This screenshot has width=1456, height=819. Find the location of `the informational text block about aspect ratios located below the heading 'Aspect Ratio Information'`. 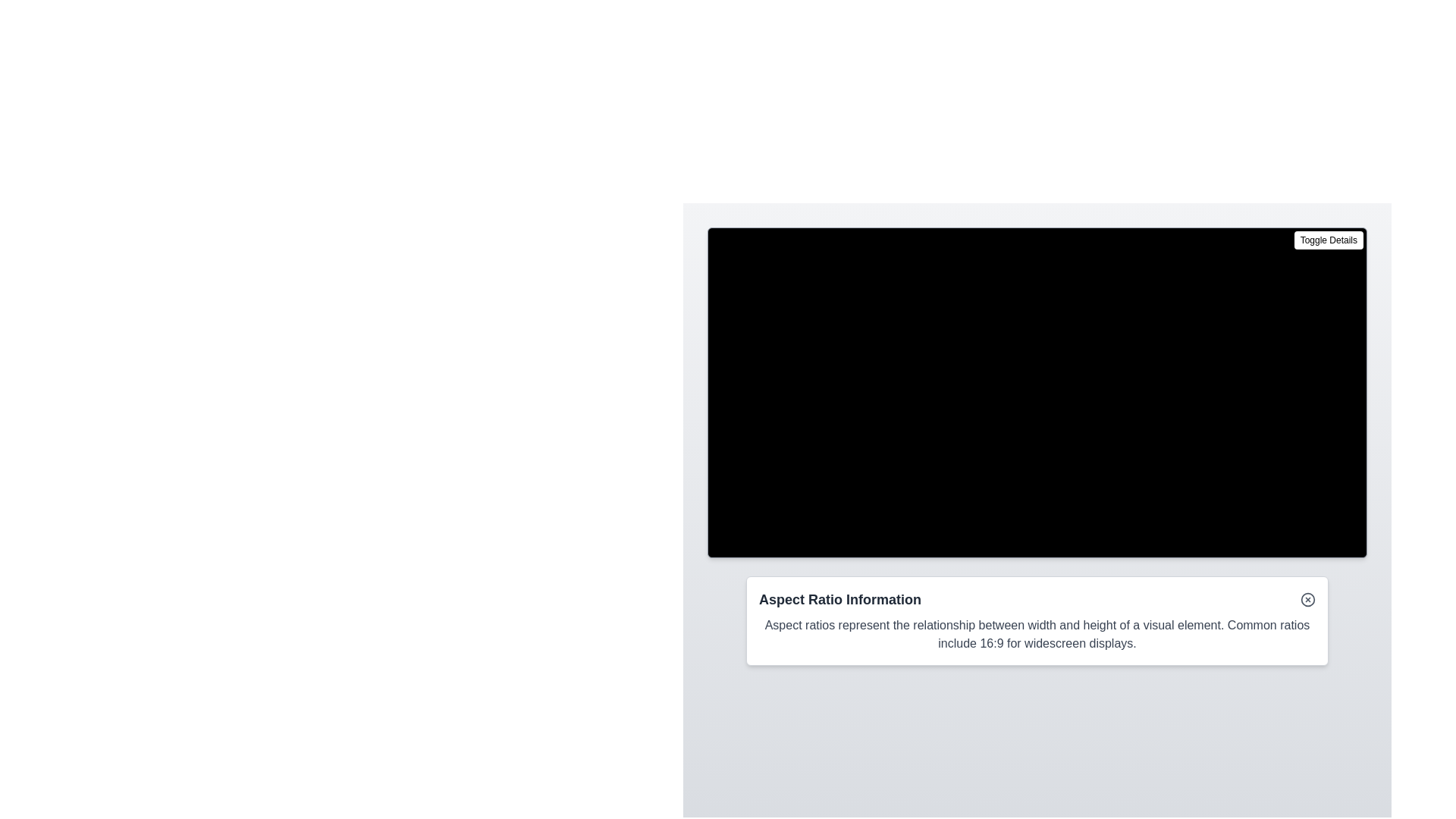

the informational text block about aspect ratios located below the heading 'Aspect Ratio Information' is located at coordinates (1037, 635).